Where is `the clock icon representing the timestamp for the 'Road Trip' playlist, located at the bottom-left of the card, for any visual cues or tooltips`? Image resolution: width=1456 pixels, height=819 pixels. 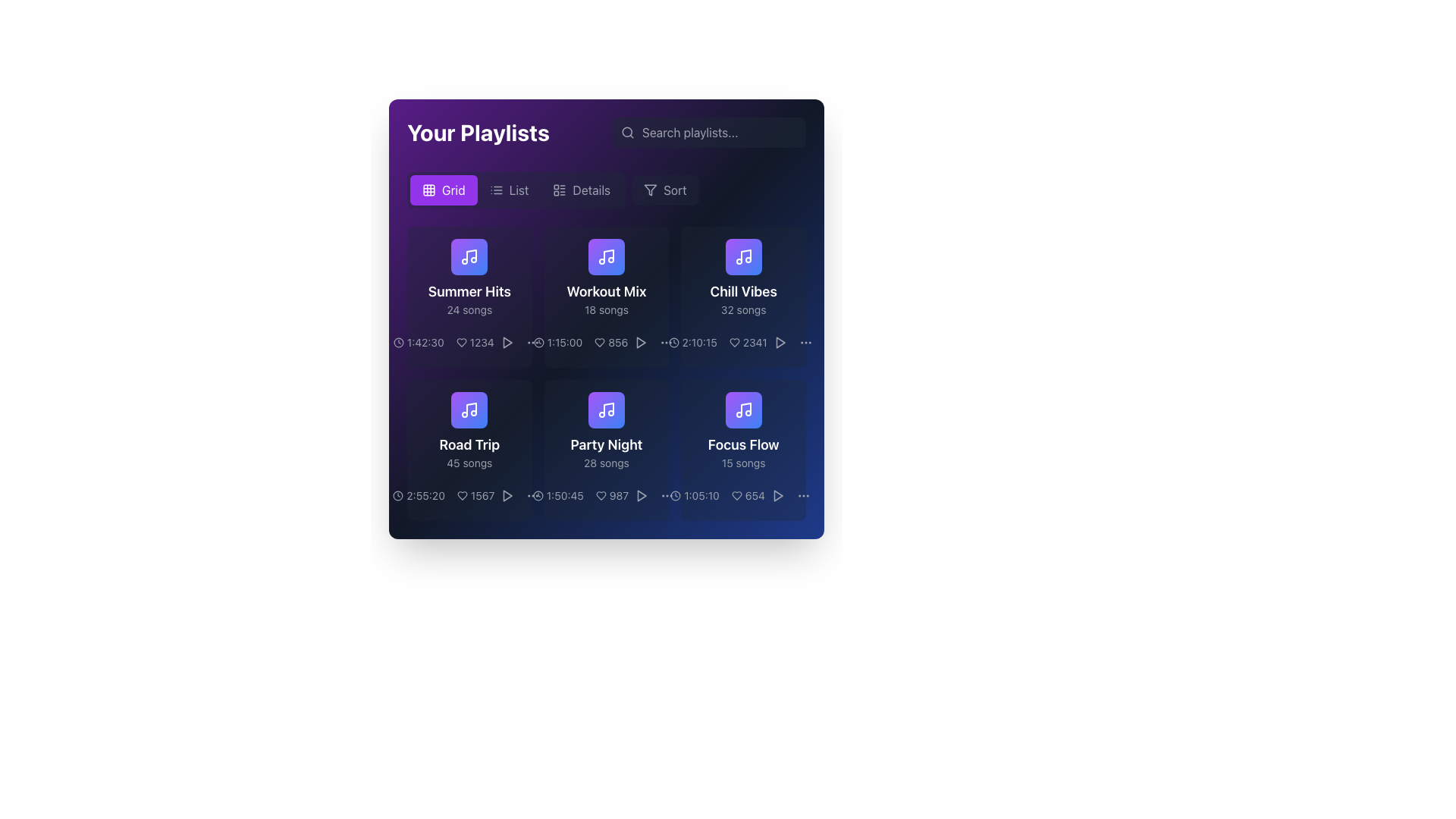 the clock icon representing the timestamp for the 'Road Trip' playlist, located at the bottom-left of the card, for any visual cues or tooltips is located at coordinates (398, 496).